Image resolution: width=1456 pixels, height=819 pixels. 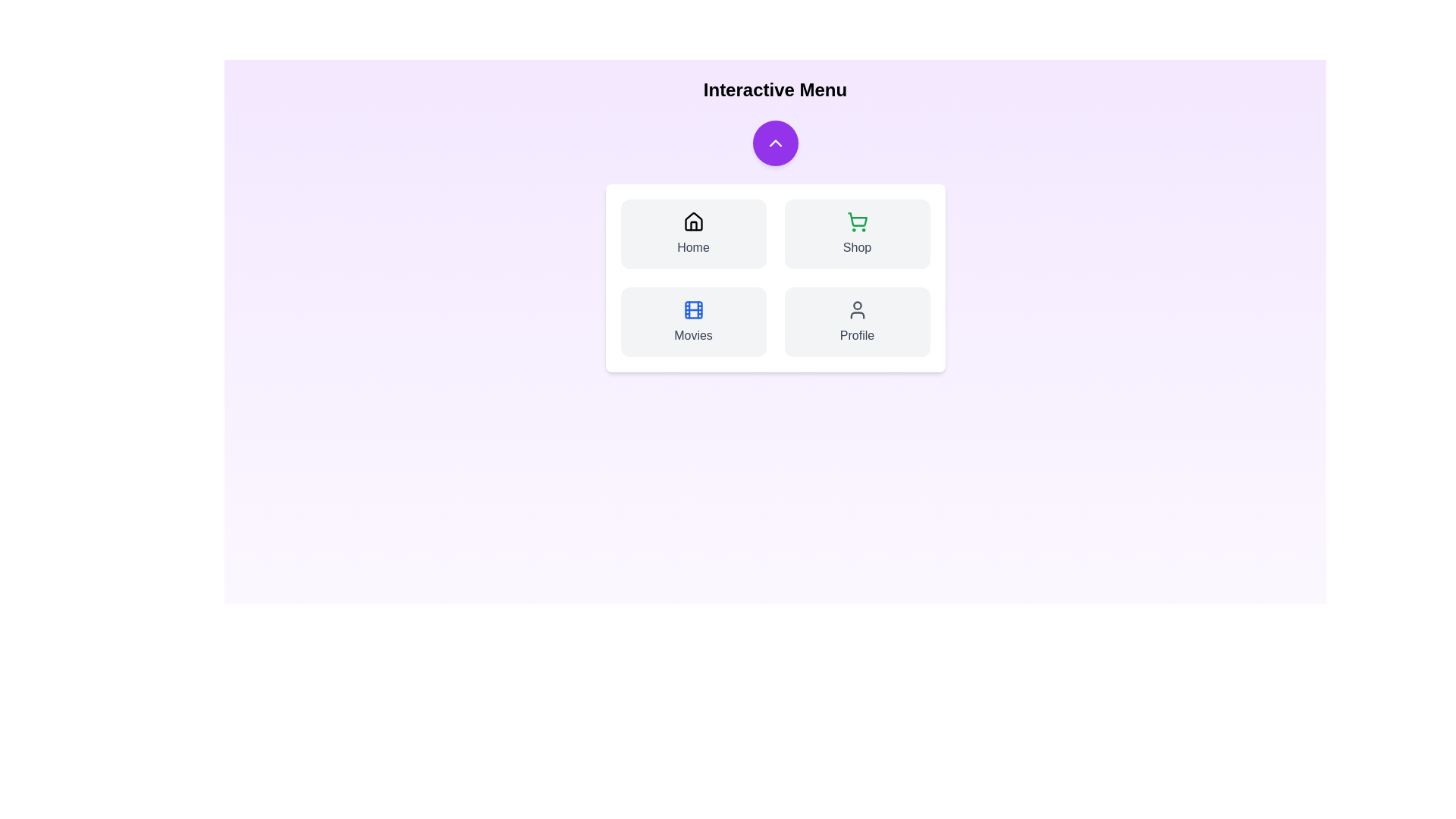 What do you see at coordinates (775, 143) in the screenshot?
I see `purple button to toggle the menu visibility` at bounding box center [775, 143].